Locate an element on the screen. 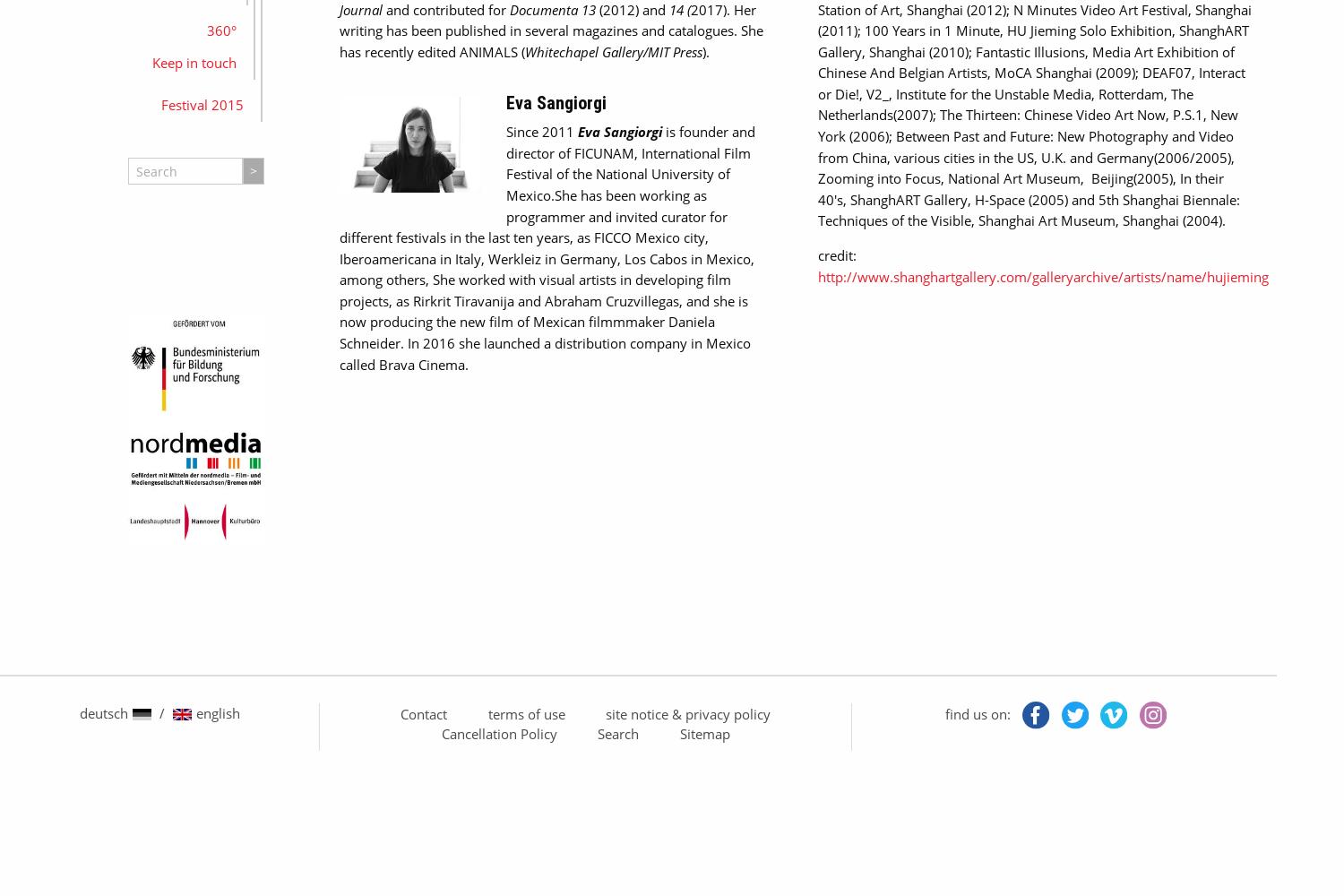 This screenshot has height=896, width=1344. 'Cancellation Policy' is located at coordinates (498, 733).